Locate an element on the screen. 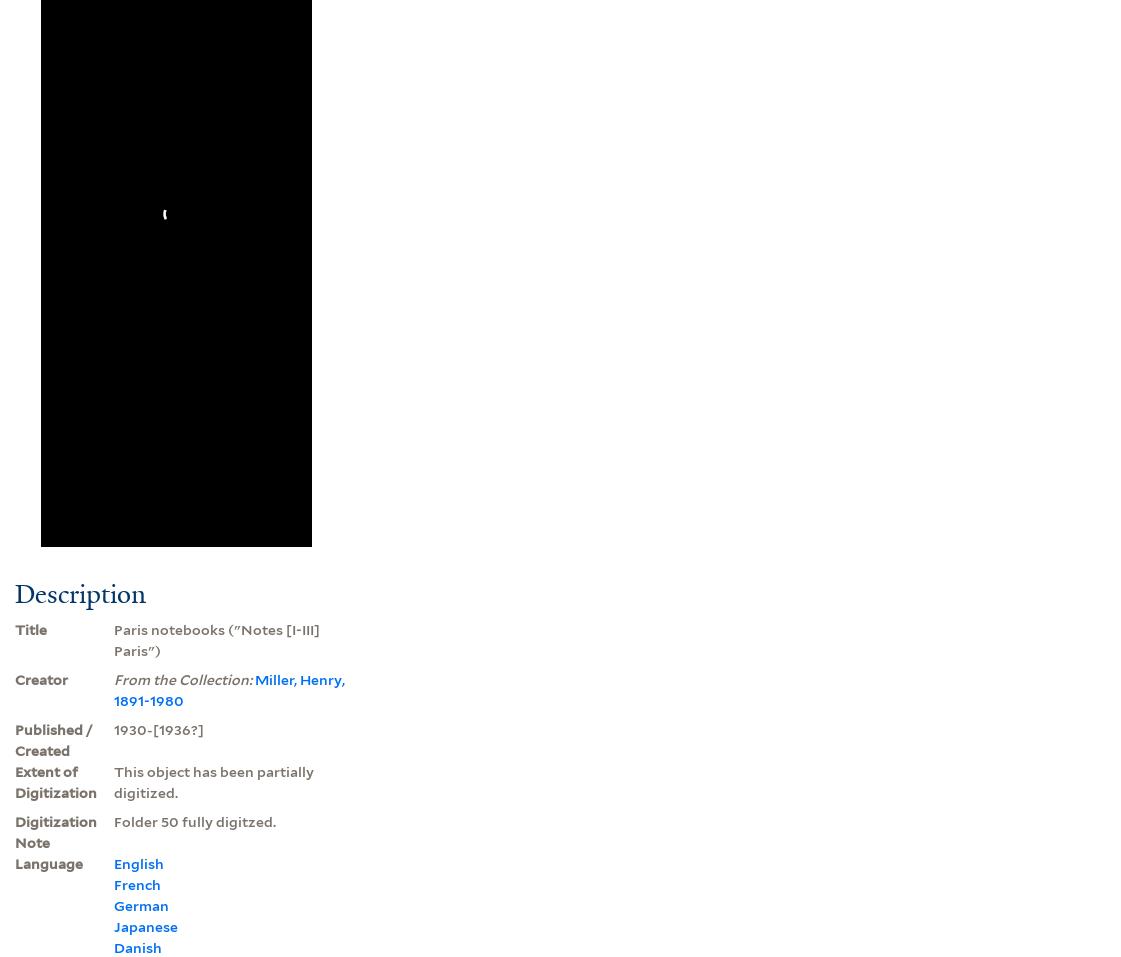  'English' is located at coordinates (113, 863).